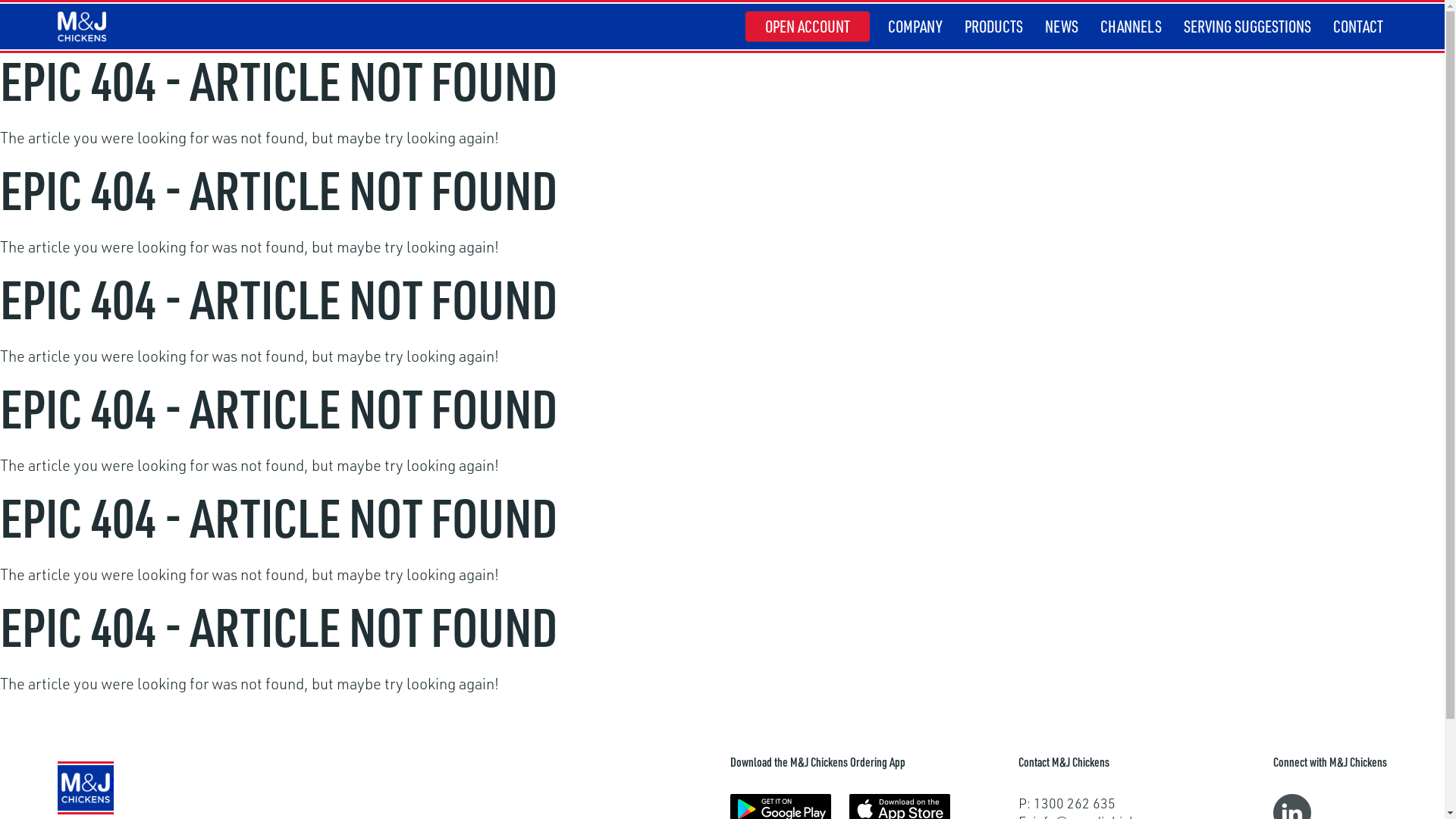  I want to click on '1300 262 635', so click(1073, 802).